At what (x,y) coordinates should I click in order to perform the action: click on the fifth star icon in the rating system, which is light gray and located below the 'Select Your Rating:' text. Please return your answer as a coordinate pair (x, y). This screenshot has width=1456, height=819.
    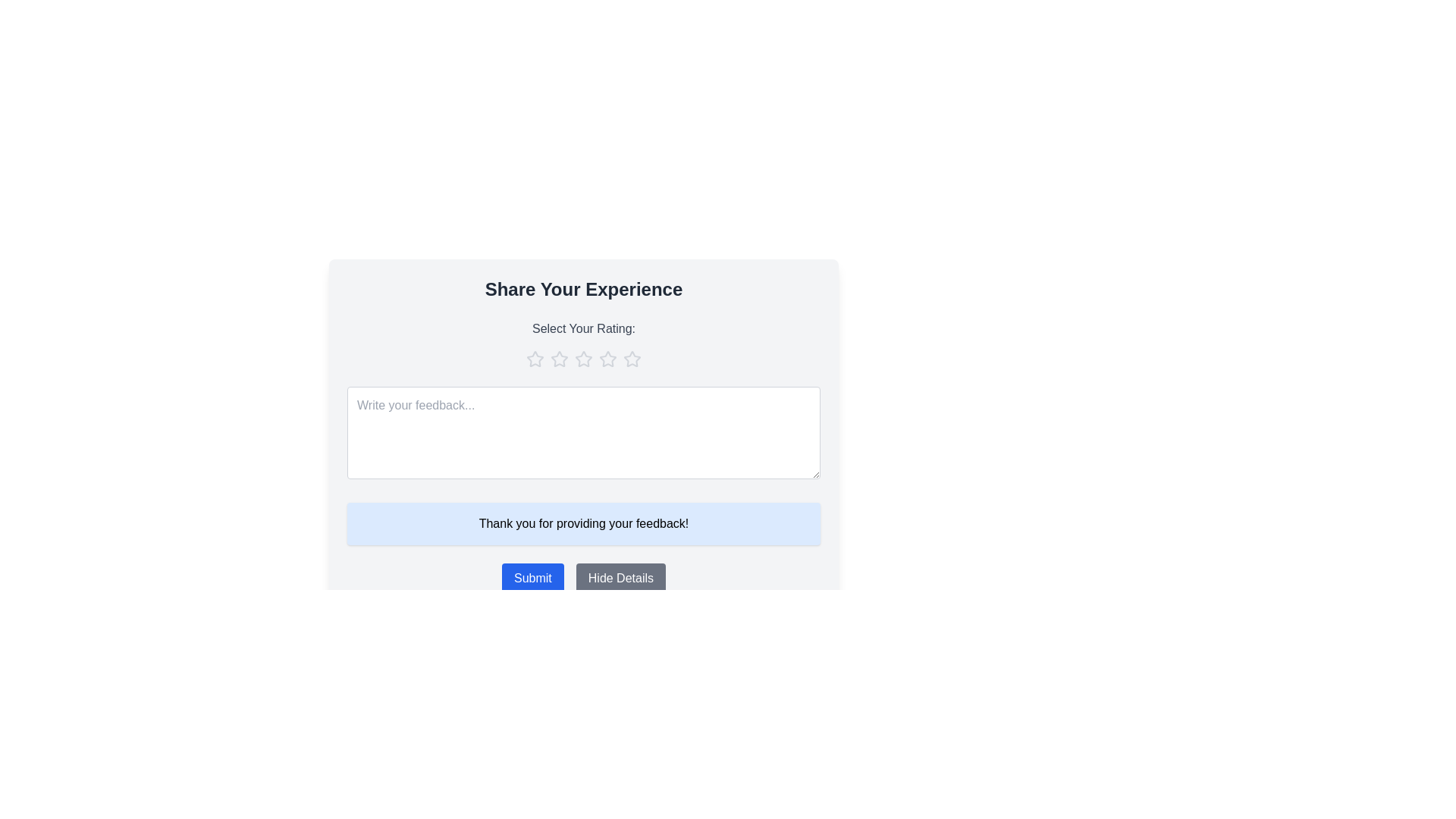
    Looking at the image, I should click on (632, 359).